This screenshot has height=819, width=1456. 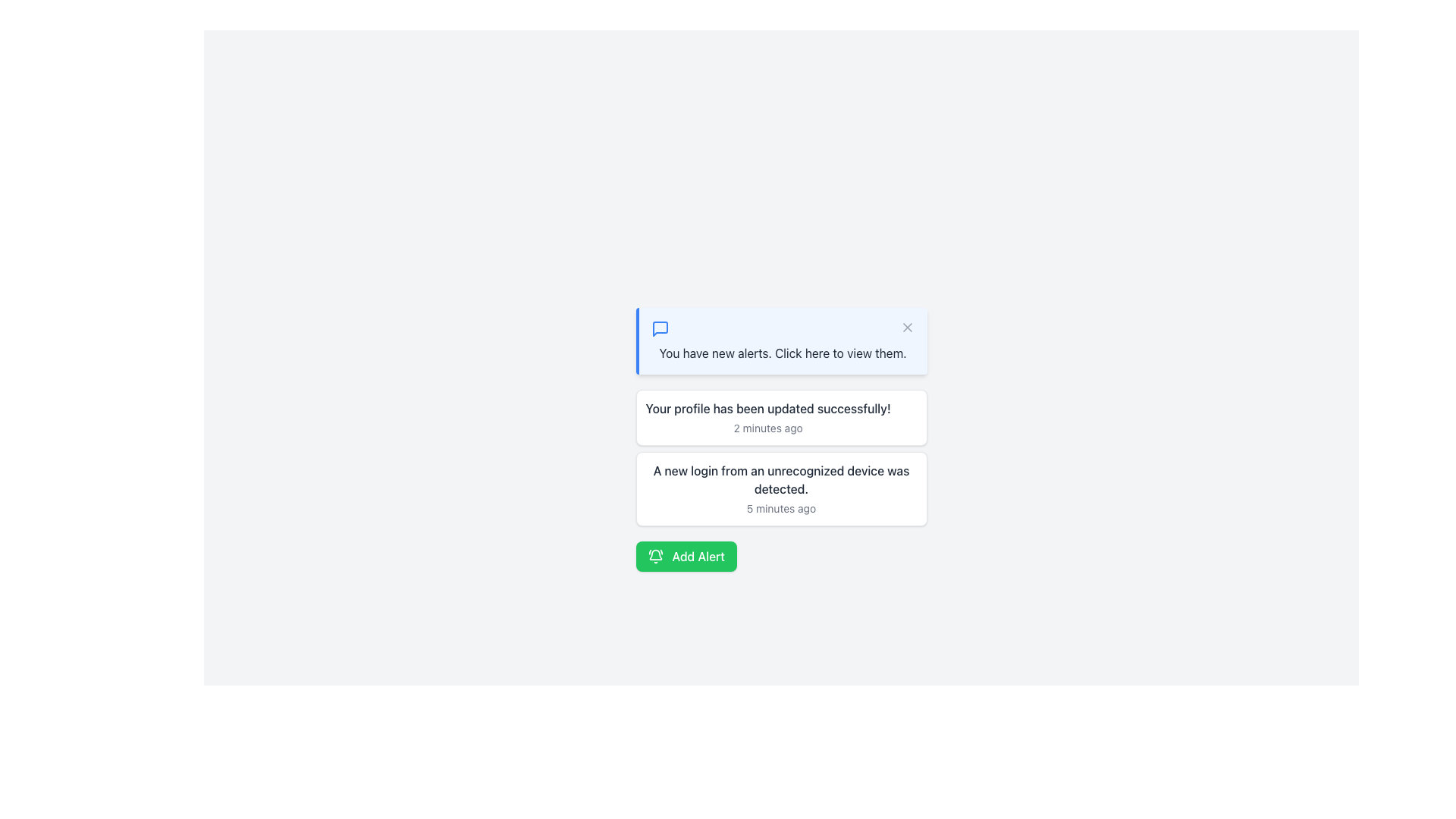 What do you see at coordinates (768, 408) in the screenshot?
I see `notification message indicating that the profile update was successful, which is the top text segment in the notifications area` at bounding box center [768, 408].